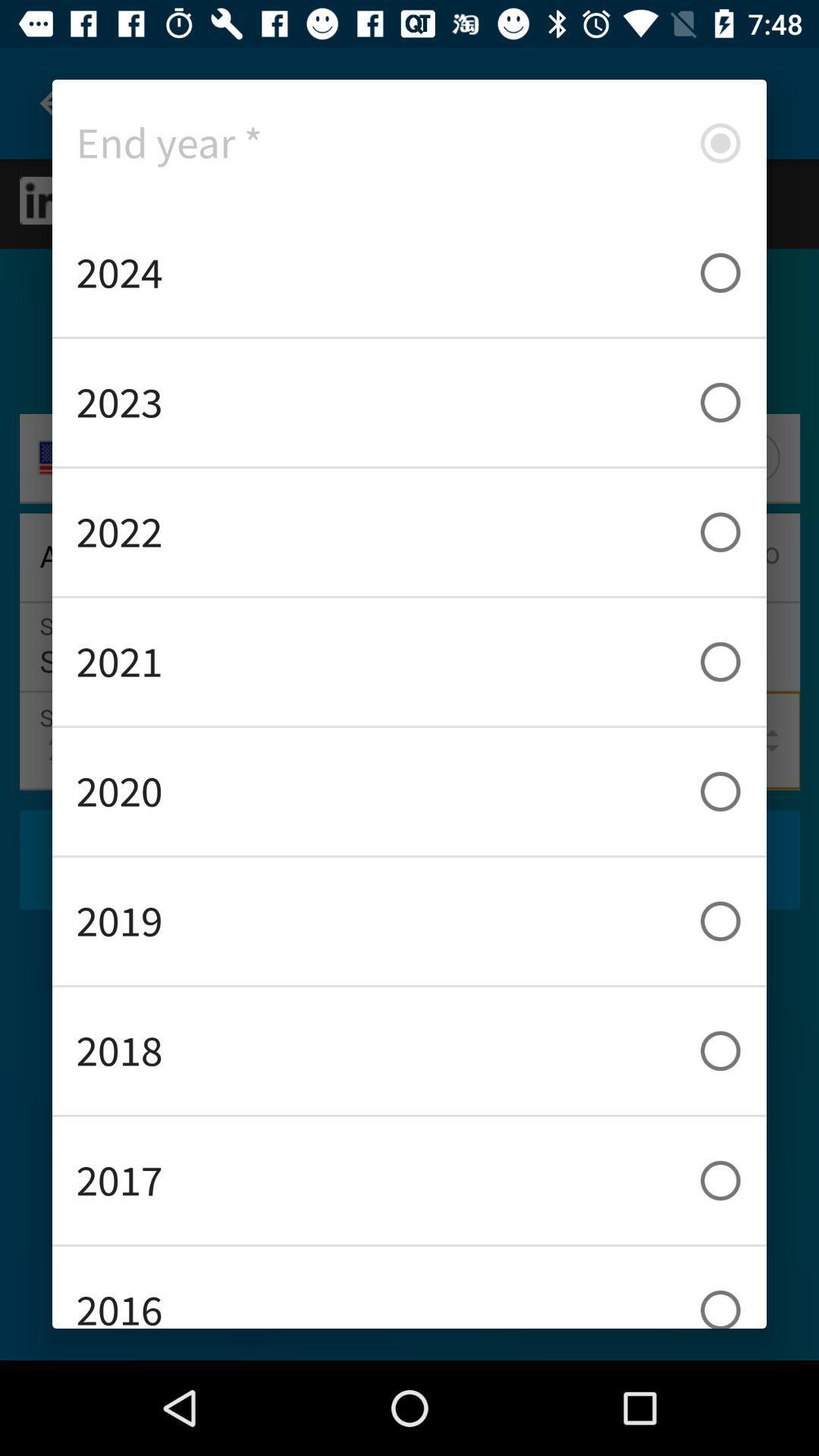 The image size is (819, 1456). Describe the element at coordinates (409, 1050) in the screenshot. I see `the 2018 item` at that location.